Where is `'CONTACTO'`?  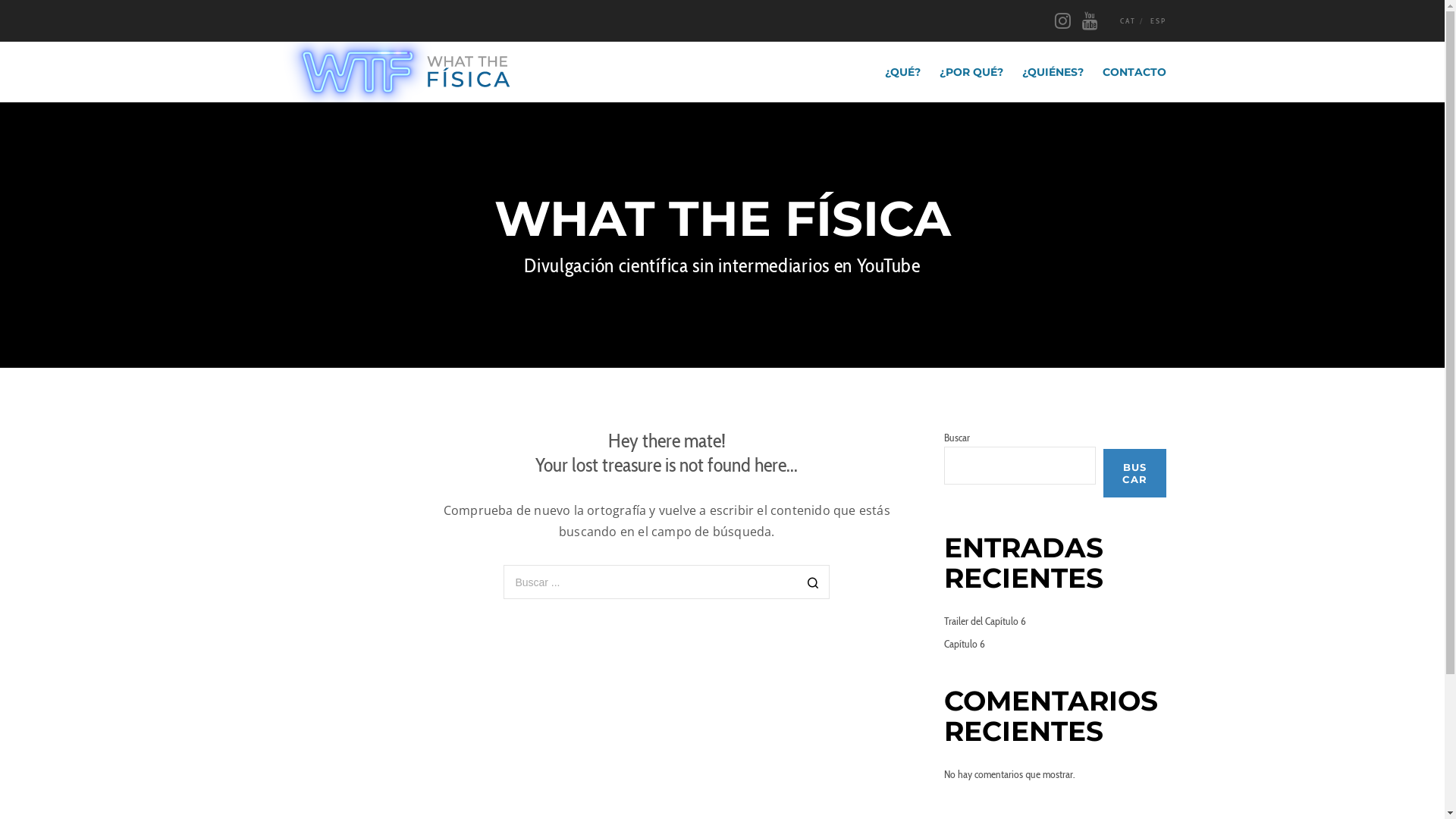 'CONTACTO' is located at coordinates (1124, 72).